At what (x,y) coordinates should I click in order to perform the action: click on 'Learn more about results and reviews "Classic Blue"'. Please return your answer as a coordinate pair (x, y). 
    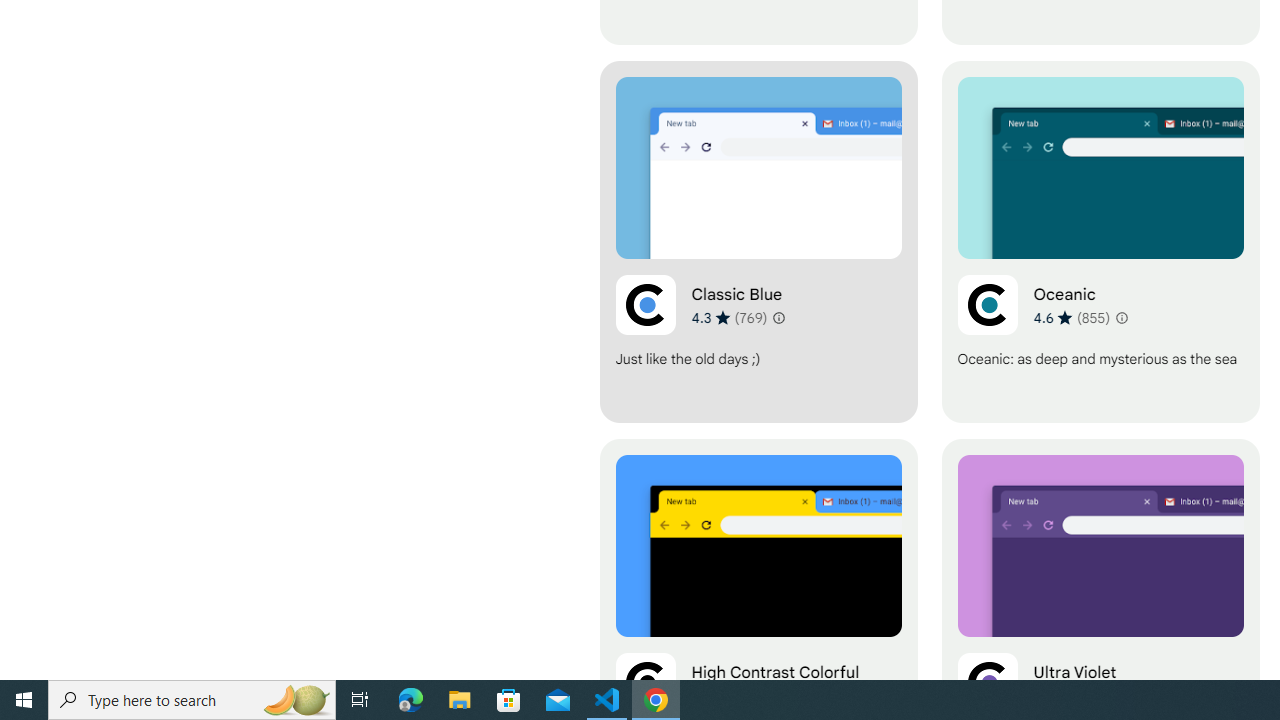
    Looking at the image, I should click on (777, 316).